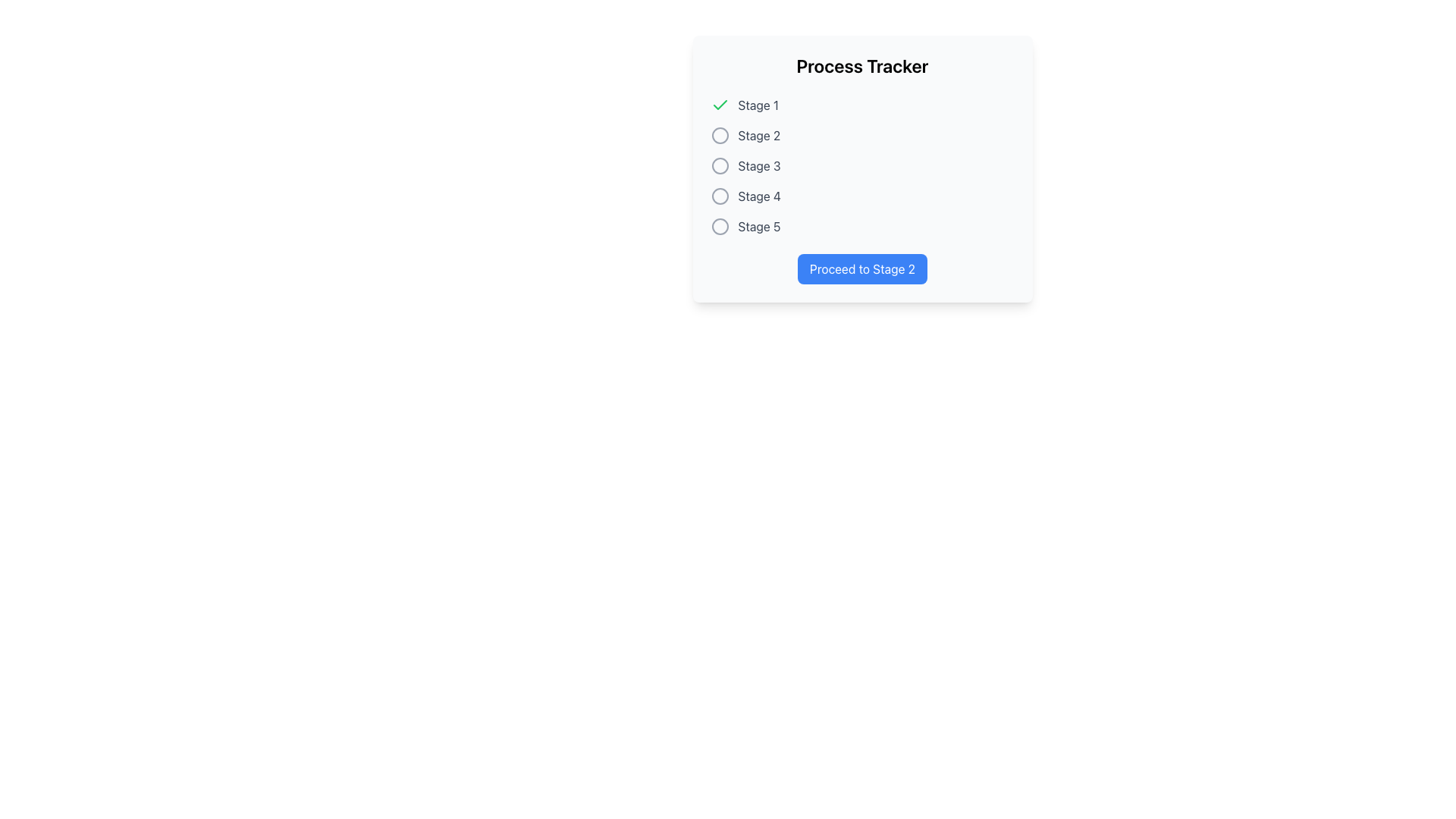 This screenshot has height=819, width=1456. Describe the element at coordinates (719, 104) in the screenshot. I see `the green checkmark SVG icon located to the left of the text 'Stage 1'` at that location.